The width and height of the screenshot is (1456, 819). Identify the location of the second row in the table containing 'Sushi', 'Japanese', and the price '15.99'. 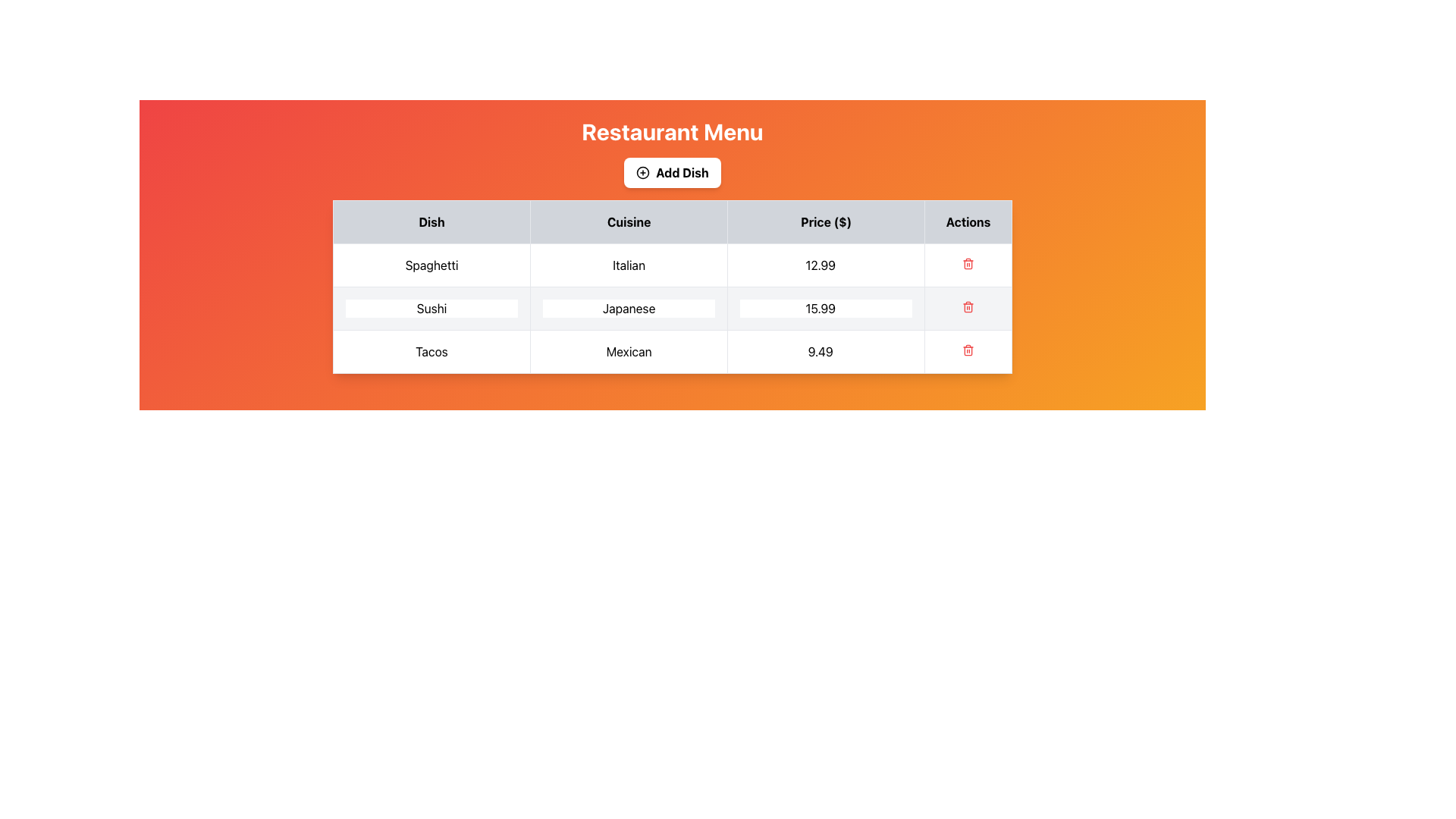
(672, 308).